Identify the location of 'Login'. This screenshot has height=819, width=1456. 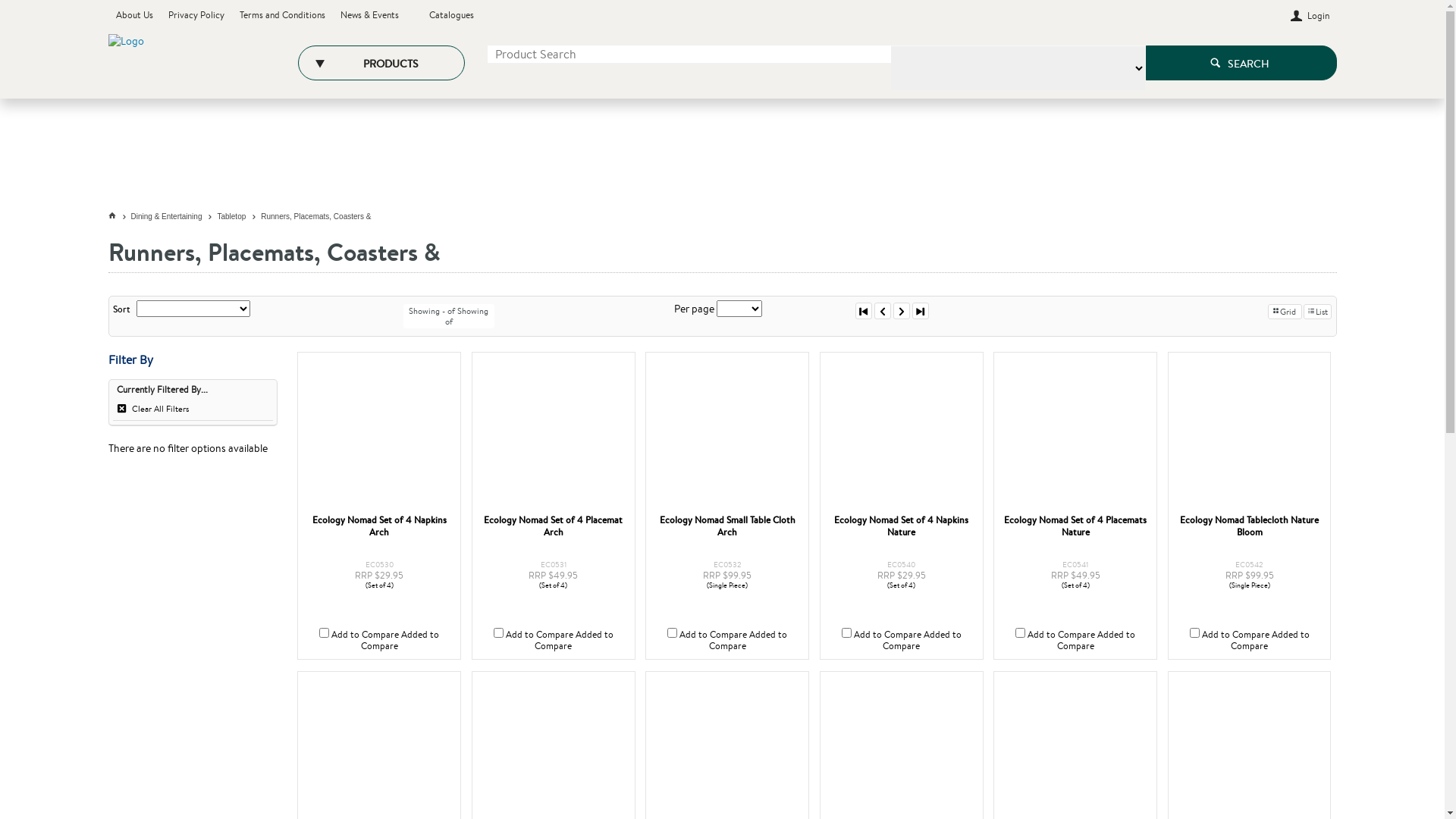
(1309, 14).